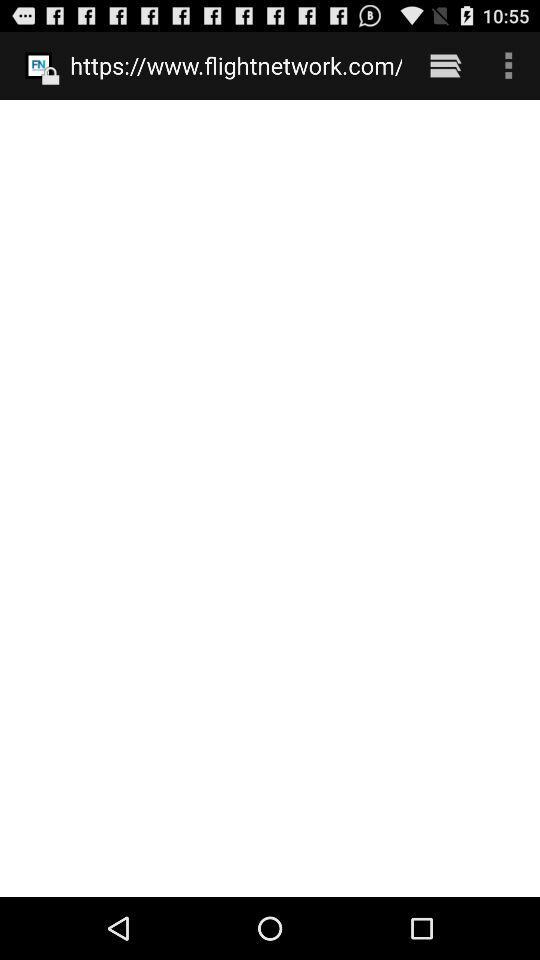 This screenshot has height=960, width=540. I want to click on the icon at the center, so click(270, 497).